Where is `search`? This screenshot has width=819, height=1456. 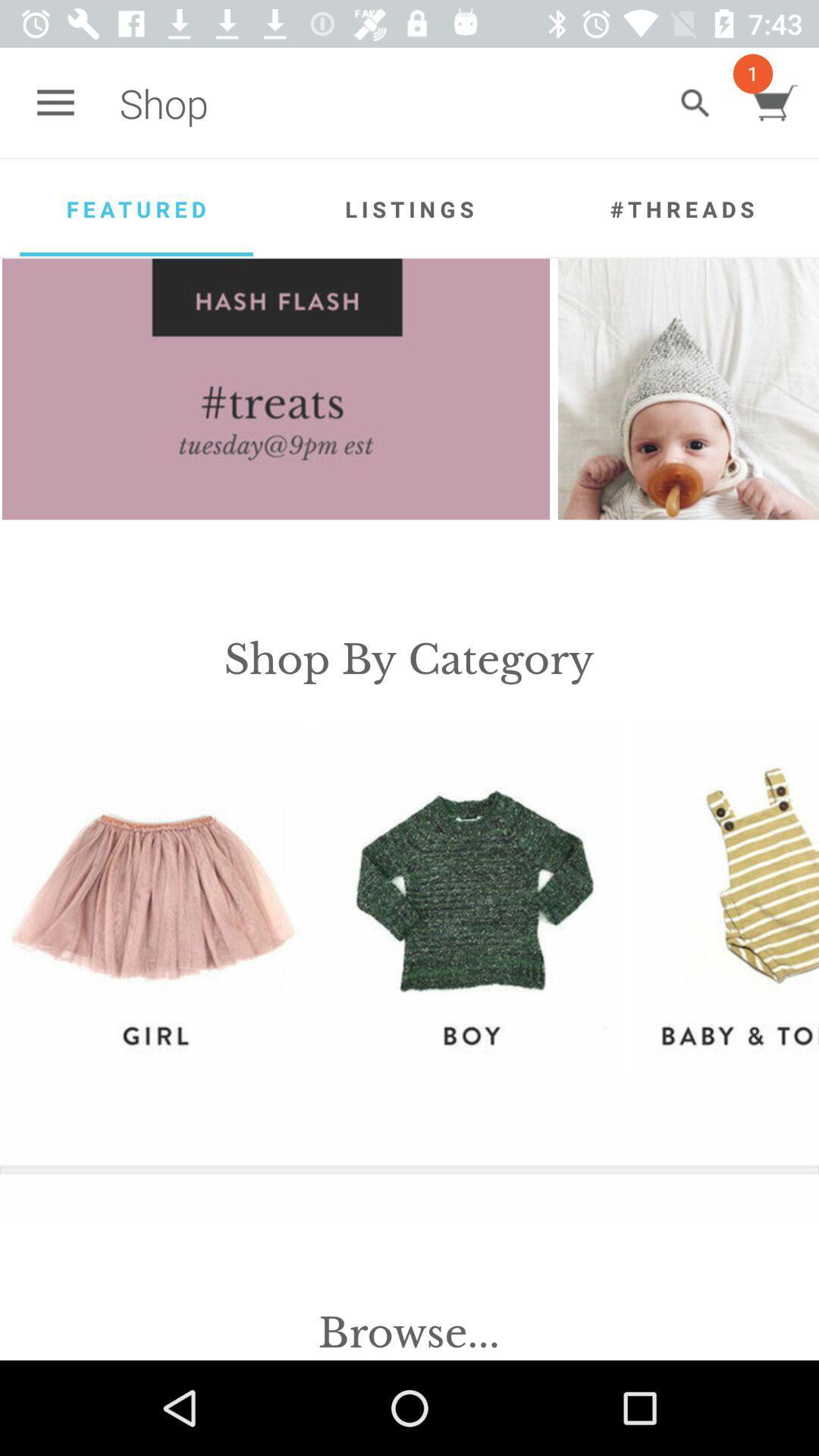 search is located at coordinates (695, 102).